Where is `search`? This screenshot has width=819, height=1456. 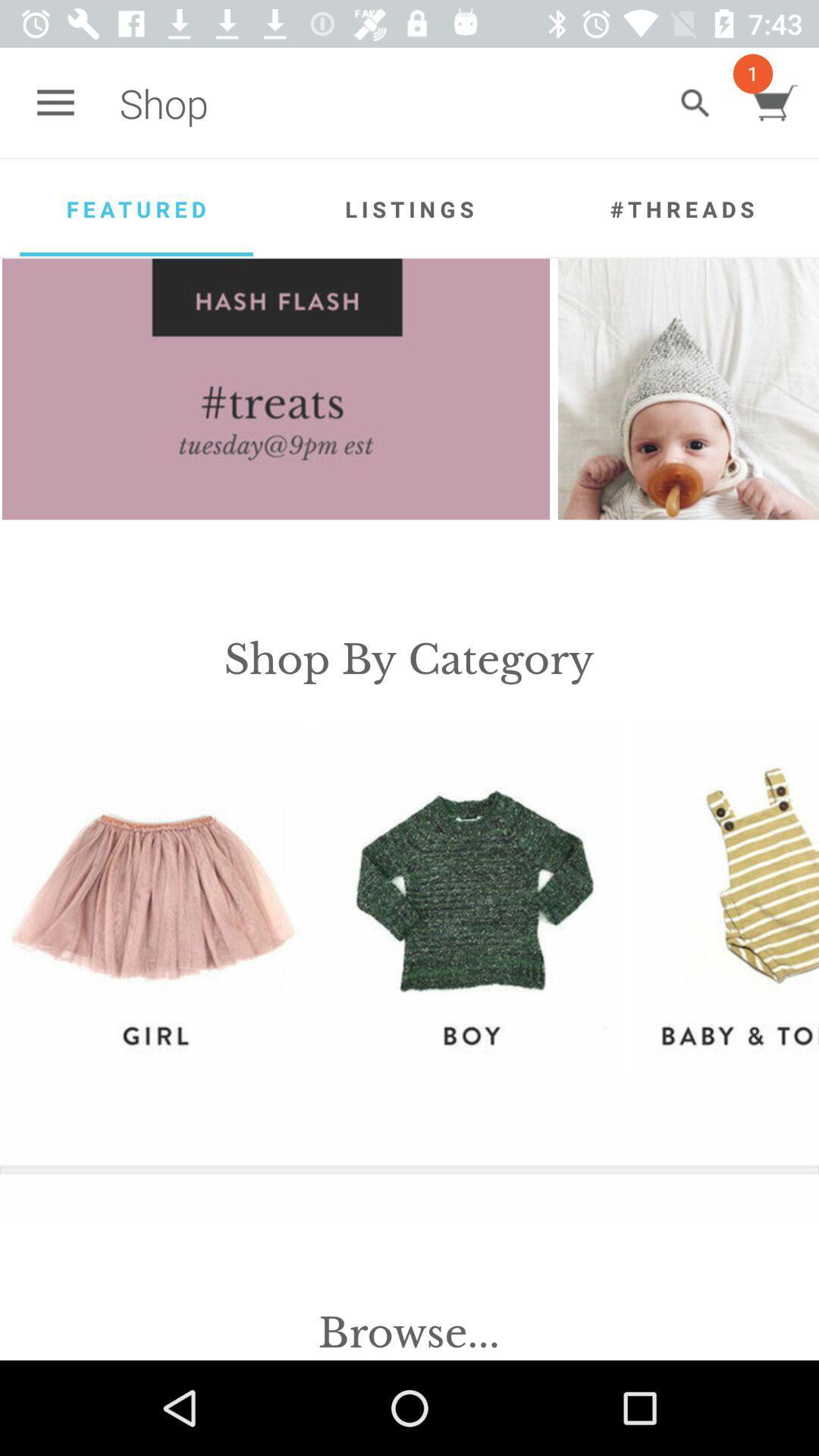 search is located at coordinates (695, 102).